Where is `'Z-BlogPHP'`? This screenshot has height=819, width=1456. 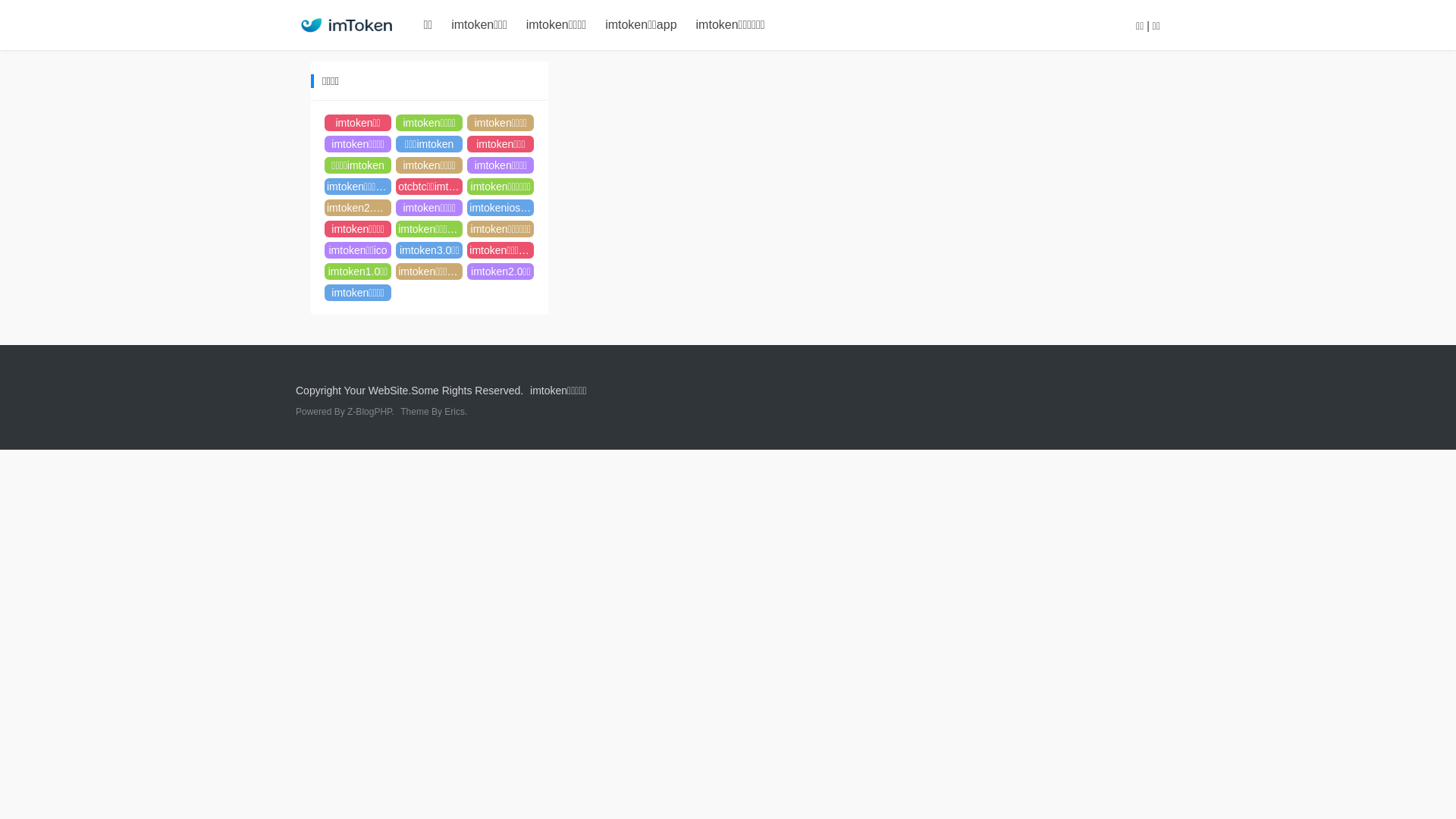
'Z-BlogPHP' is located at coordinates (369, 412).